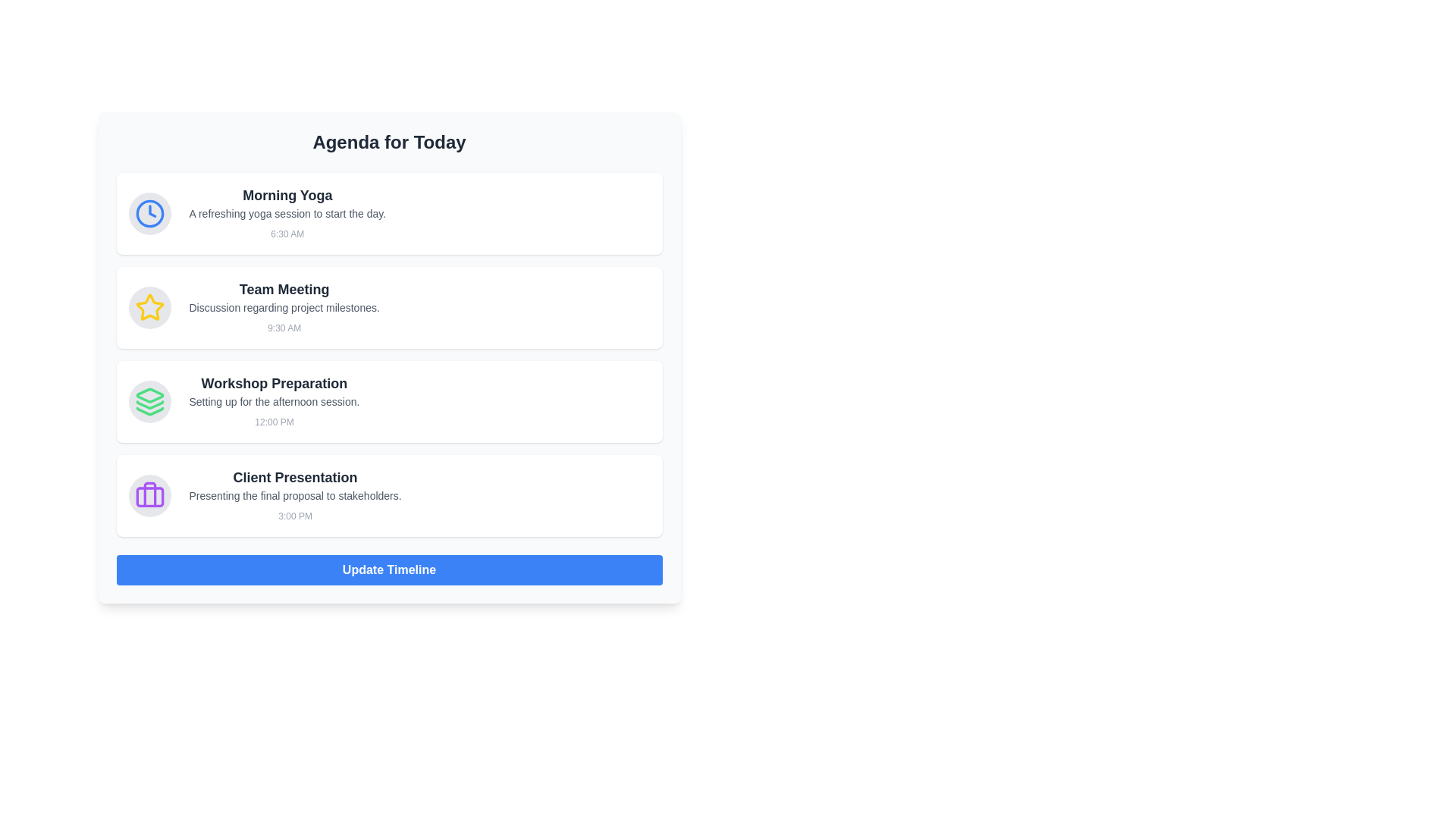  I want to click on the star icon with a yellow color and outlined appearance, located within a rounded light-gray background, which is part of the second list element associated with the 'Team Meeting' entry, so click(149, 307).